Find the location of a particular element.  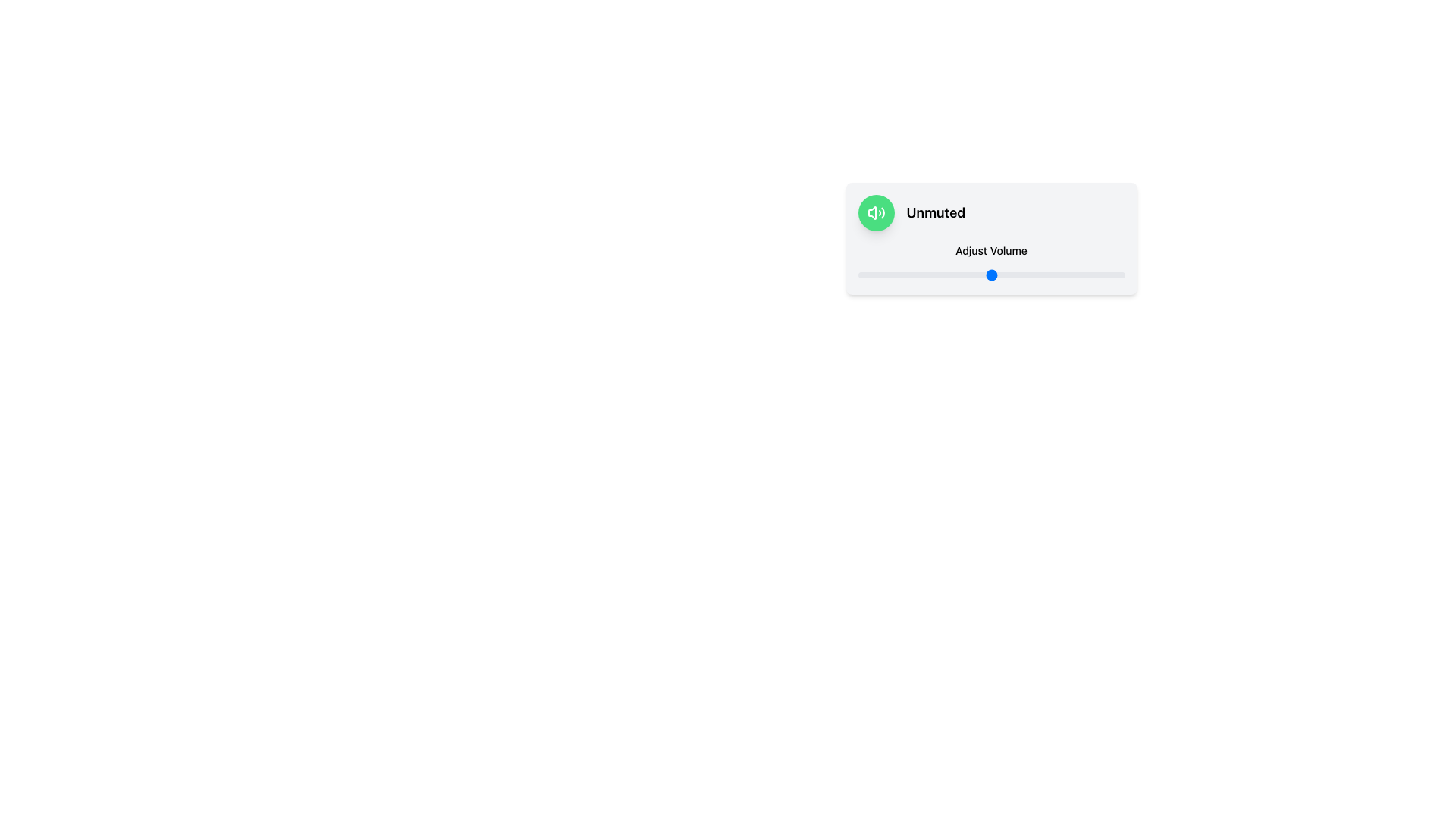

the 'Unmuted' feedback text label is located at coordinates (935, 213).